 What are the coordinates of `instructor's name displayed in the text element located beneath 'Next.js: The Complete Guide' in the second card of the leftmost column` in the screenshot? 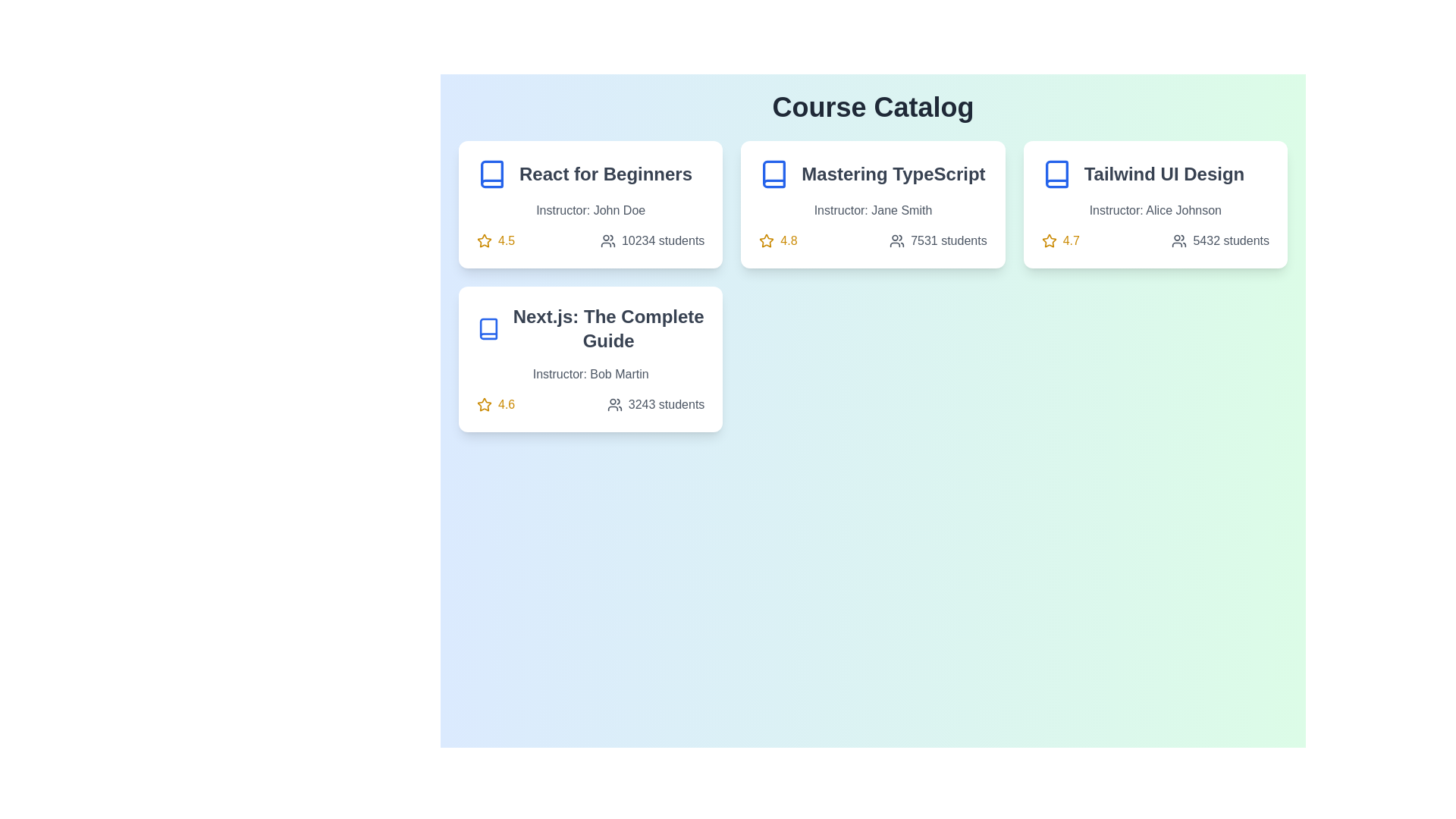 It's located at (590, 374).